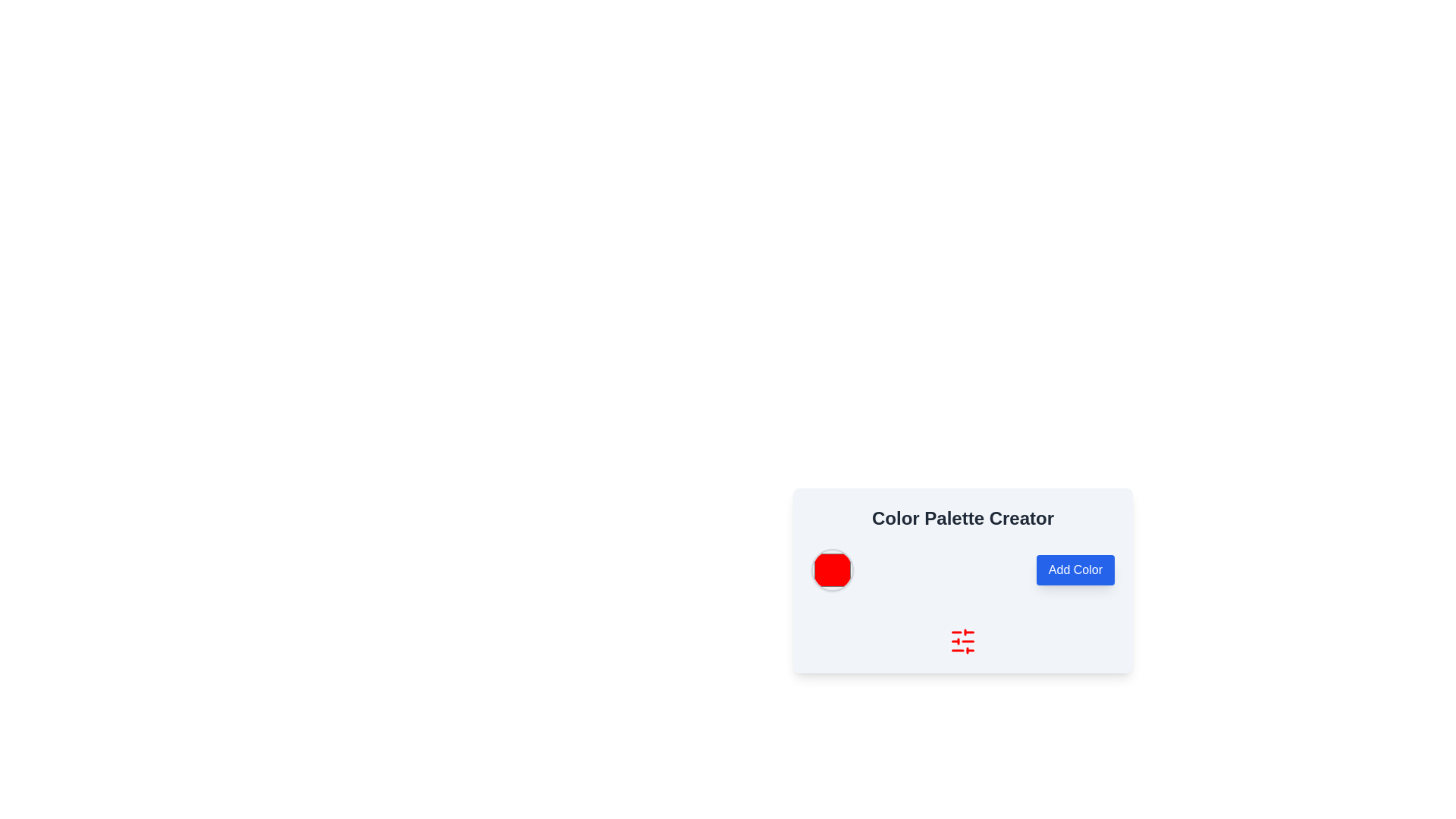  I want to click on the 'Add Color' button, which has a blue background and white text, located within the 'Color Palette Creator' control panel, so click(1075, 570).